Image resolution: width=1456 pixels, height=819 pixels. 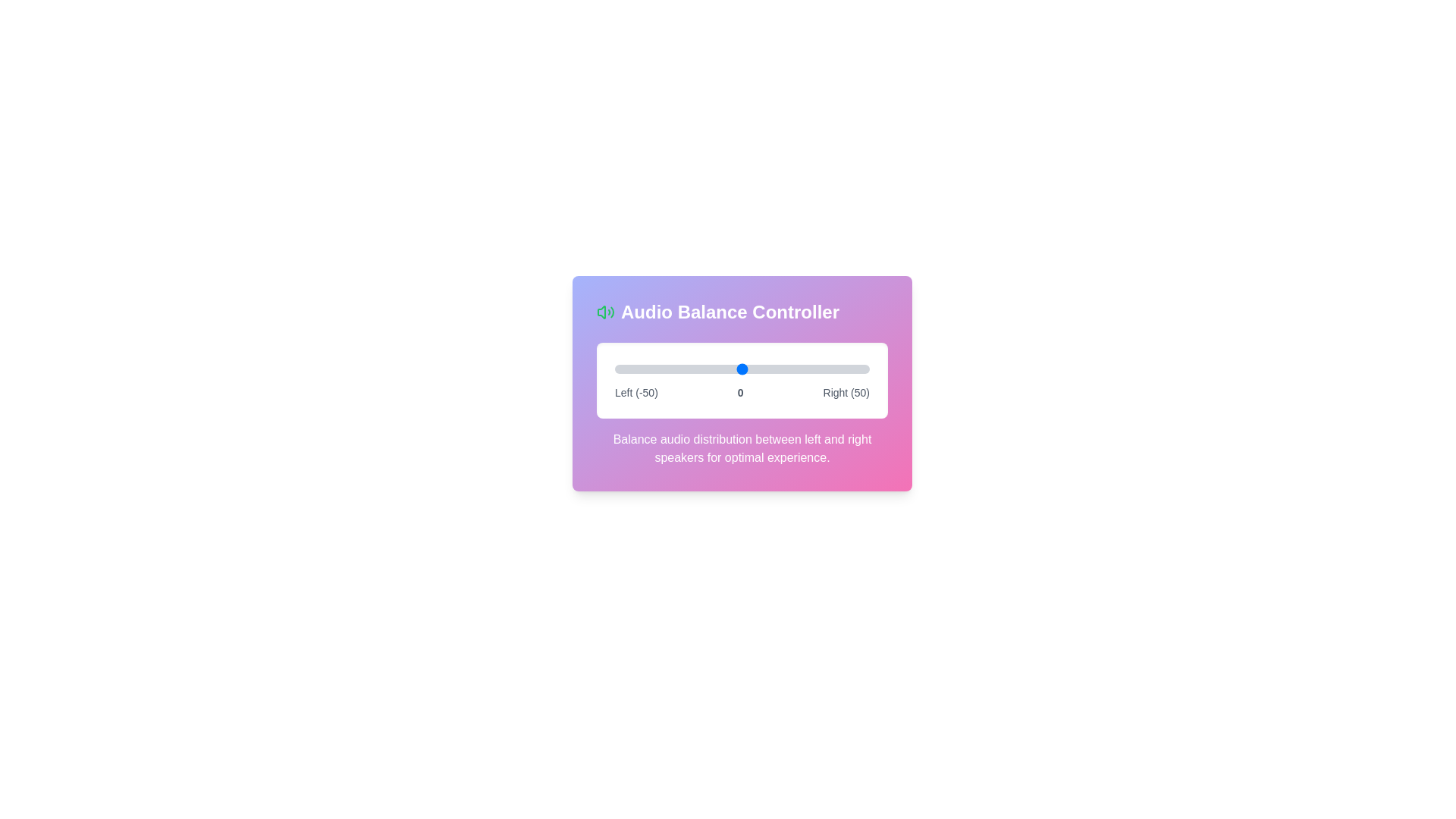 What do you see at coordinates (823, 369) in the screenshot?
I see `the balance slider to set the audio balance to 32` at bounding box center [823, 369].